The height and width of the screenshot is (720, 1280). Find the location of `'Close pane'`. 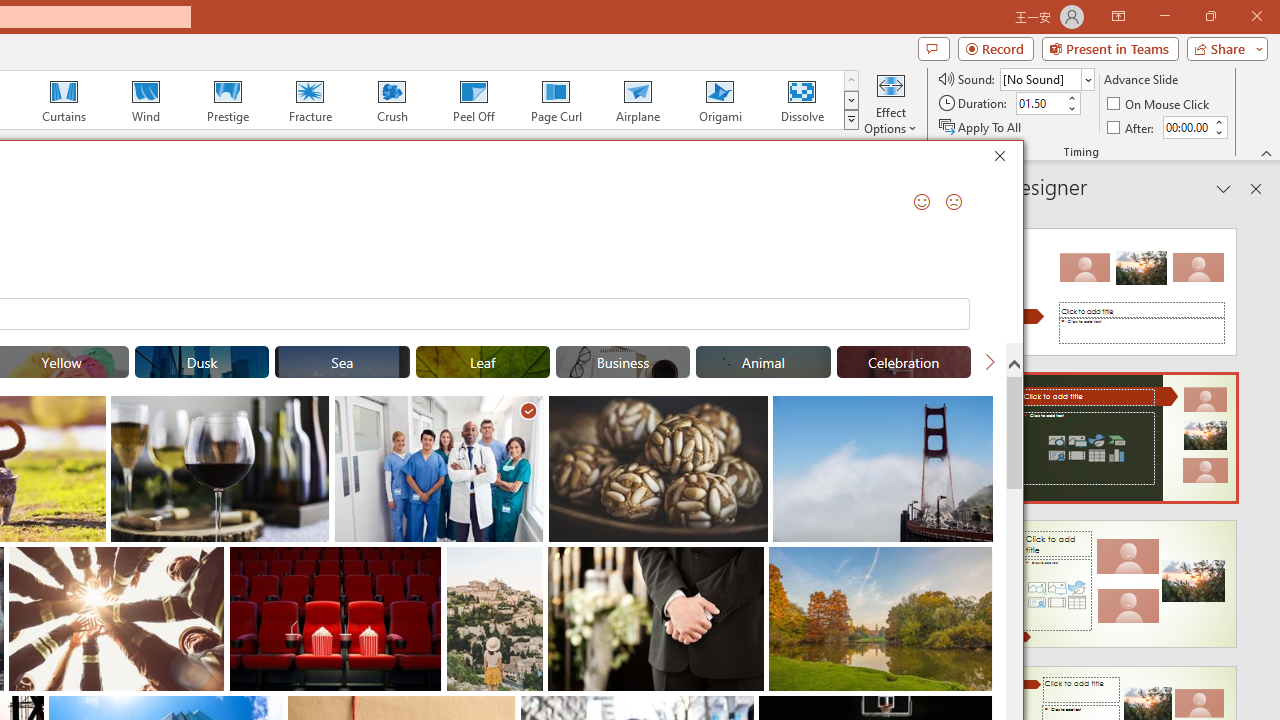

'Close pane' is located at coordinates (1255, 189).